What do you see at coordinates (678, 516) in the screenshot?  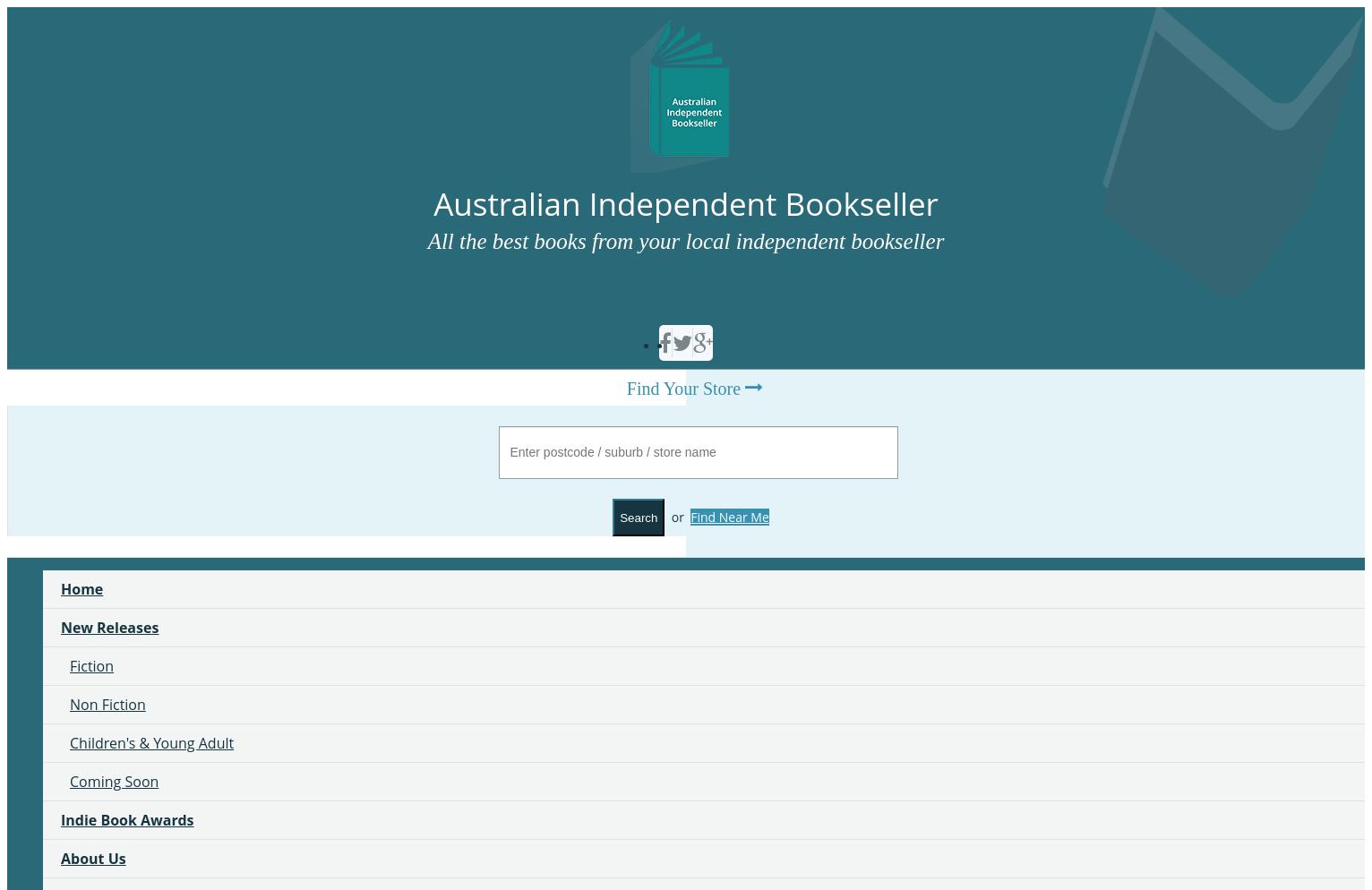 I see `'or'` at bounding box center [678, 516].